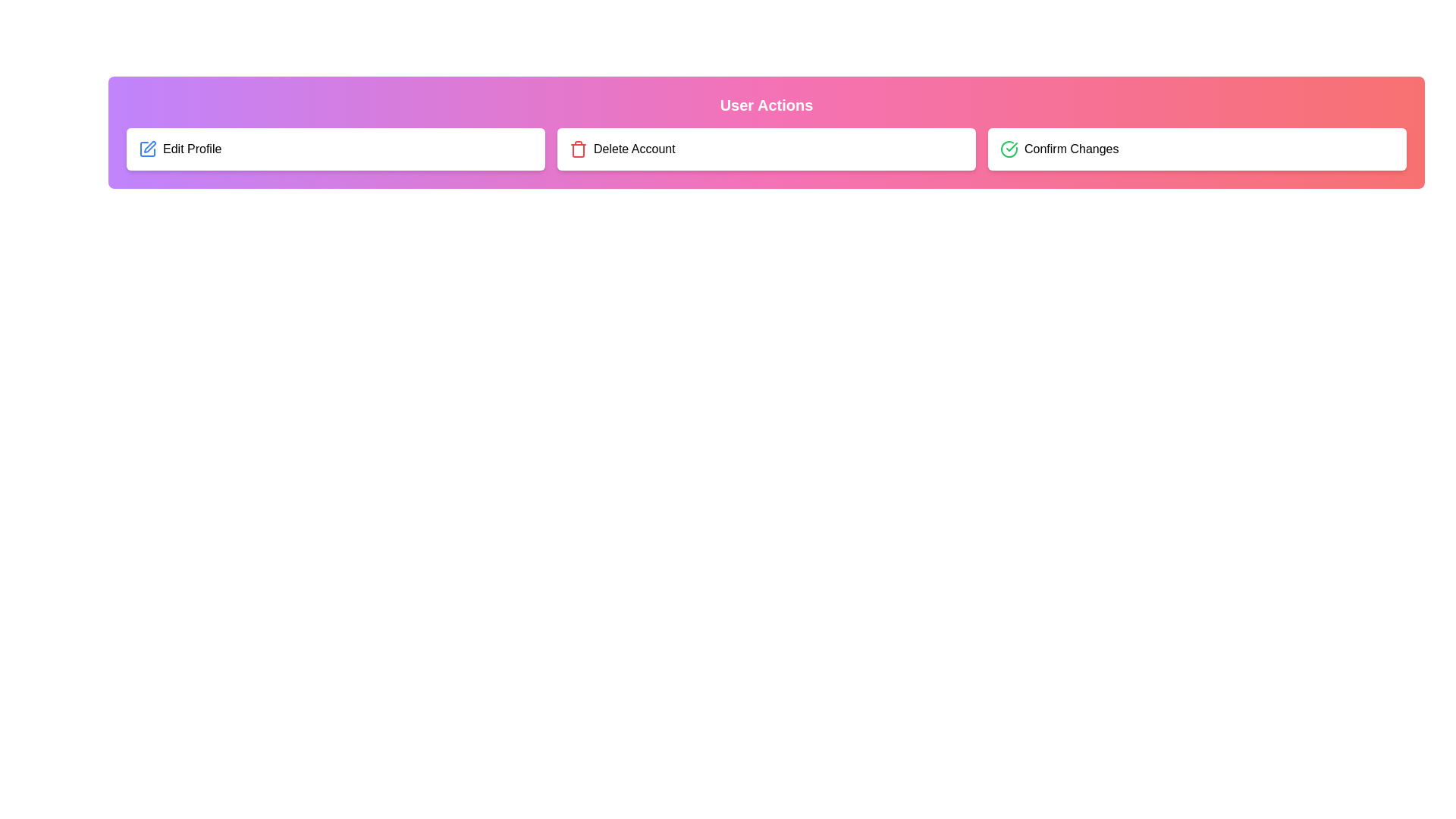 The height and width of the screenshot is (819, 1456). Describe the element at coordinates (578, 149) in the screenshot. I see `the delete icon located in the 'Delete Account' card, positioned slightly towards the top and aligned to the left side of the card` at that location.